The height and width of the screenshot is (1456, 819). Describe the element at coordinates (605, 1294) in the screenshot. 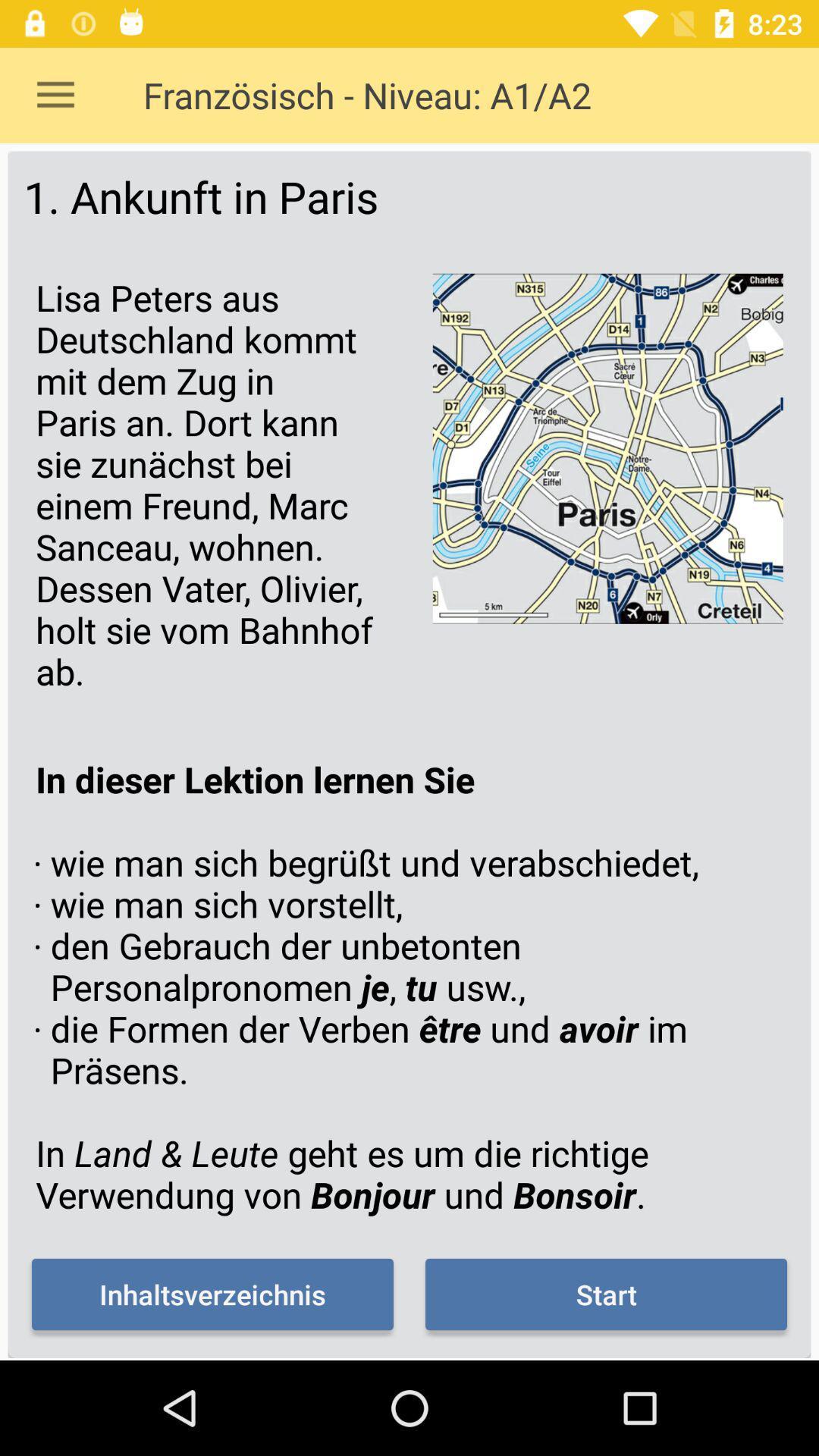

I see `the item to the right of the inhaltsverzeichnis icon` at that location.